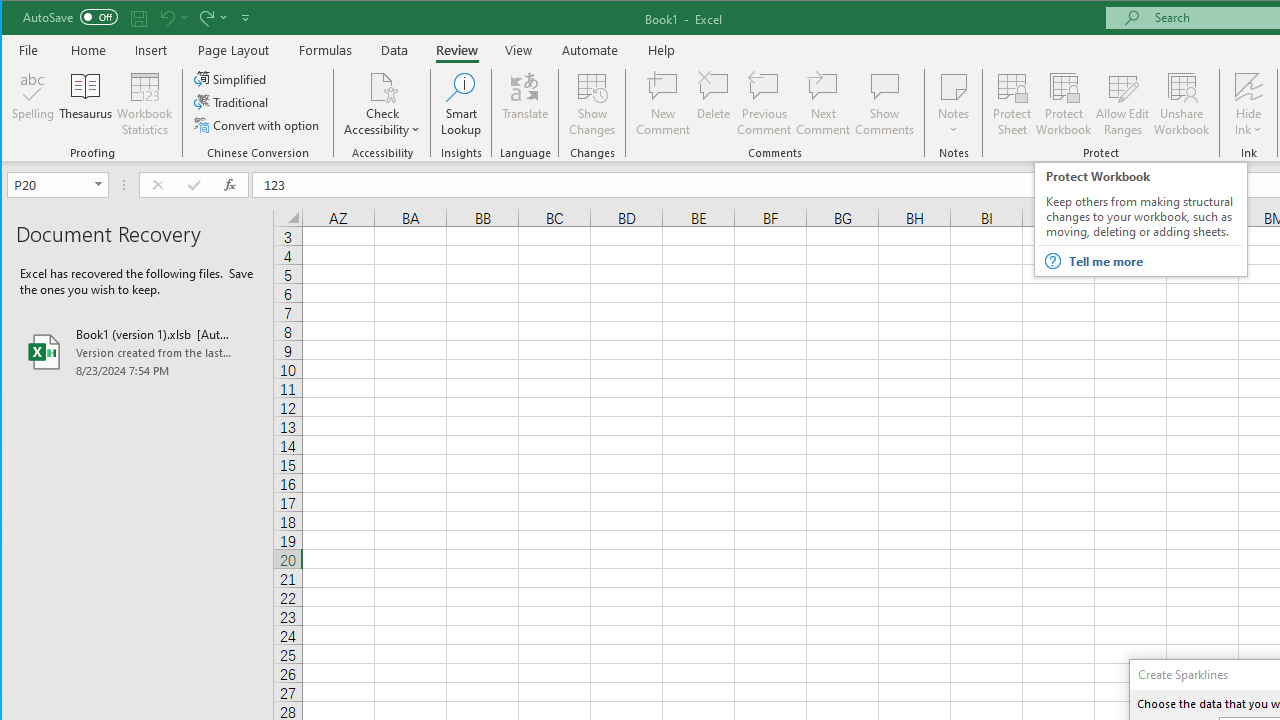 This screenshot has height=720, width=1280. Describe the element at coordinates (1063, 104) in the screenshot. I see `'Protect Workbook...'` at that location.